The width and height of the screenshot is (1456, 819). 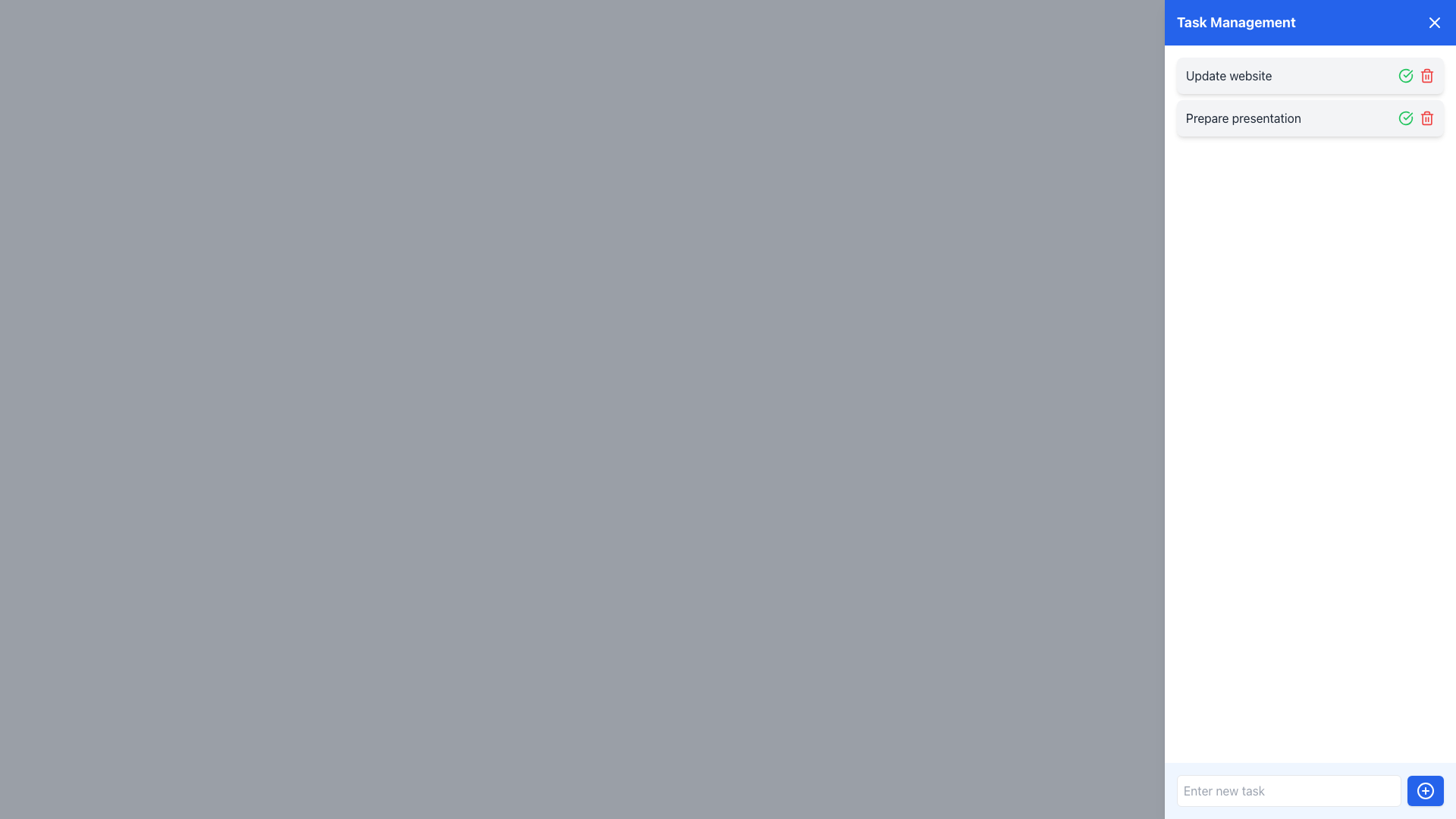 What do you see at coordinates (1425, 789) in the screenshot?
I see `the button with a circular plus sign icon on a blue background` at bounding box center [1425, 789].